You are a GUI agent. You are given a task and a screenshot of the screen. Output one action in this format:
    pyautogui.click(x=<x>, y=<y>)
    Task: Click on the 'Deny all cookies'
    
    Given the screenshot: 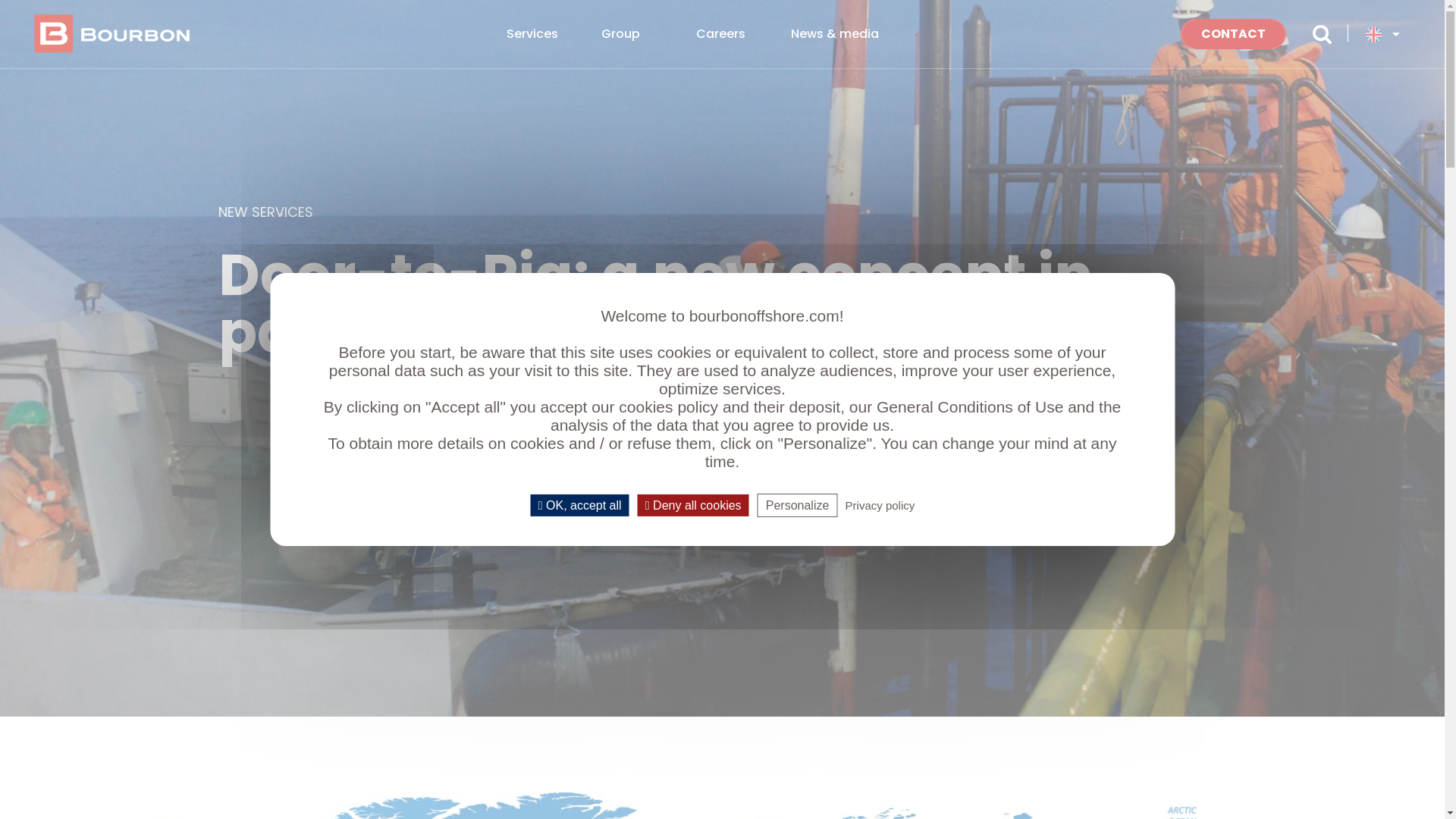 What is the action you would take?
    pyautogui.click(x=692, y=505)
    